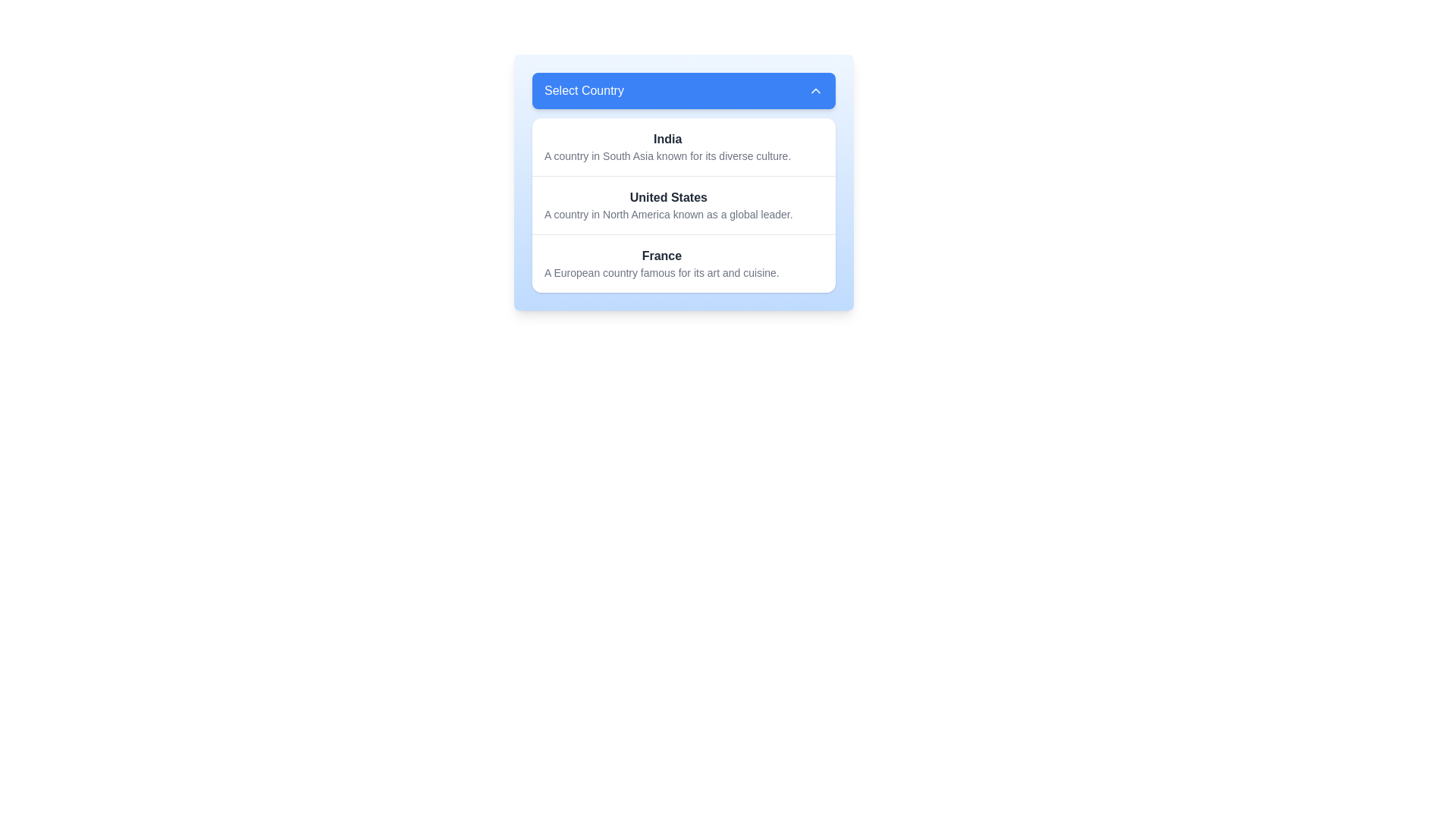 The image size is (1456, 819). Describe the element at coordinates (683, 205) in the screenshot. I see `the list item labeled 'United States'` at that location.